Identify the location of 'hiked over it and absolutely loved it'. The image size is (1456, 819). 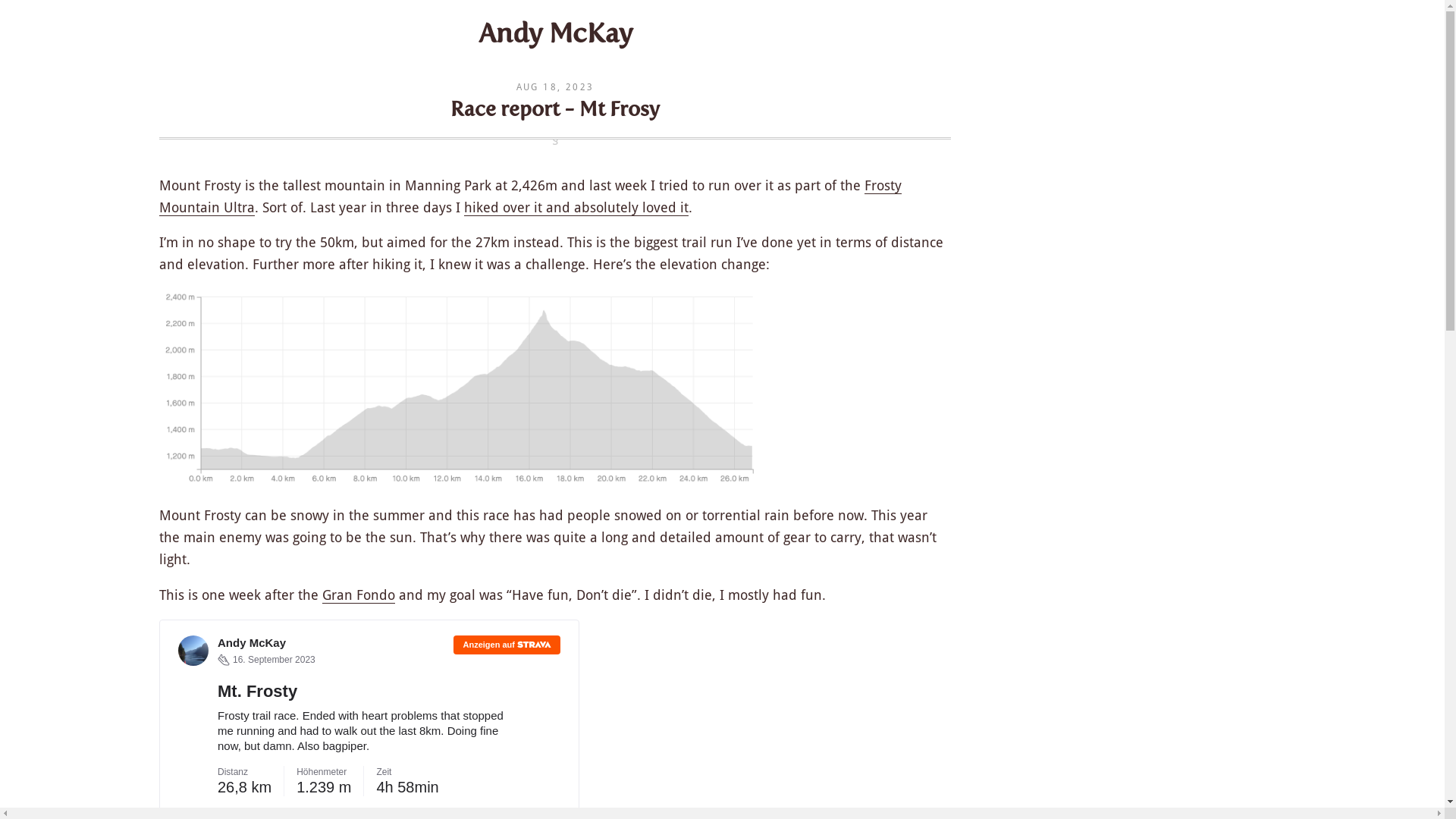
(575, 207).